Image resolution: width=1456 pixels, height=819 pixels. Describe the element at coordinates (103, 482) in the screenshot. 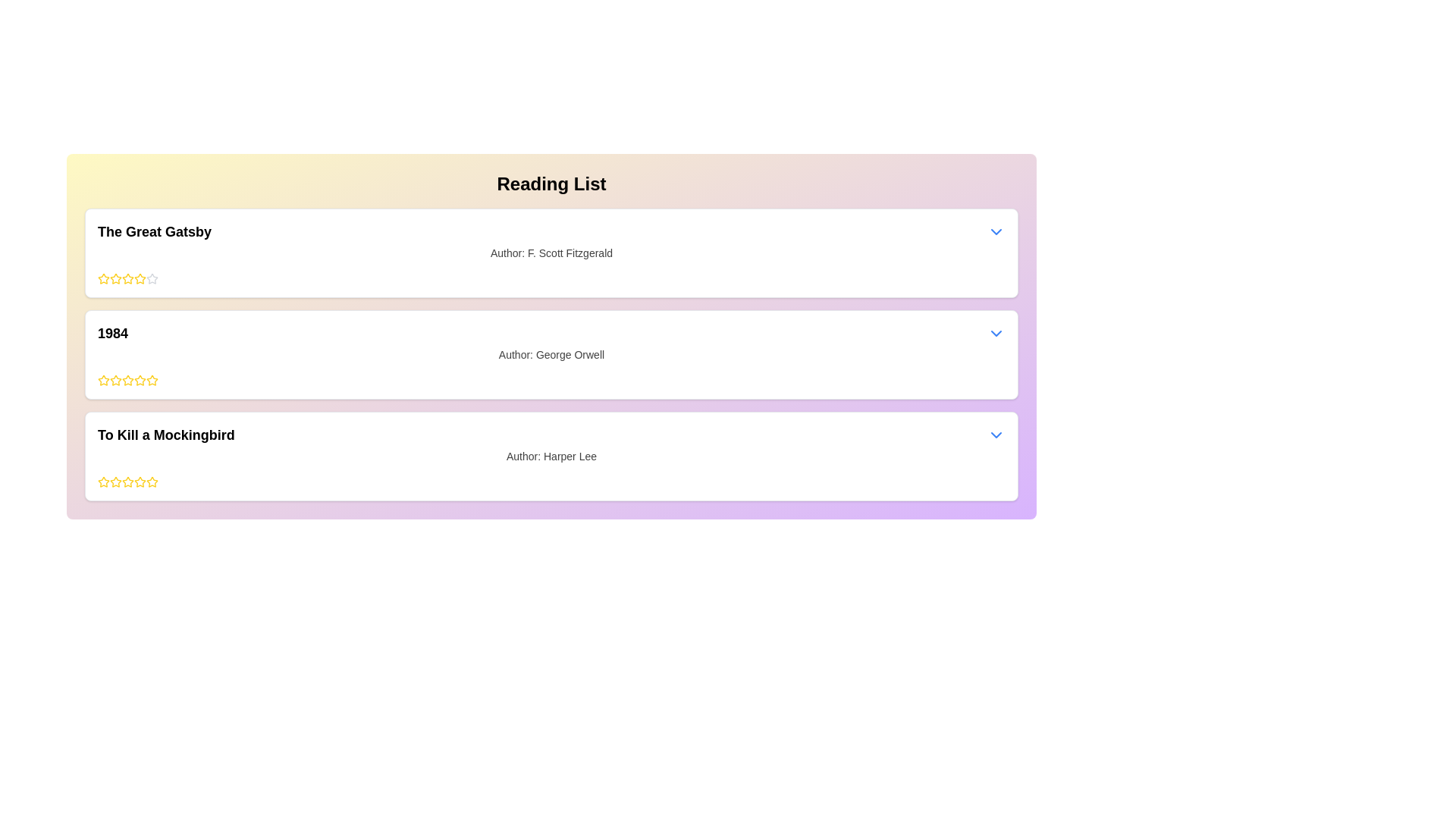

I see `the first rating star icon representing the rating for the book 'To Kill a Mockingbird'` at that location.